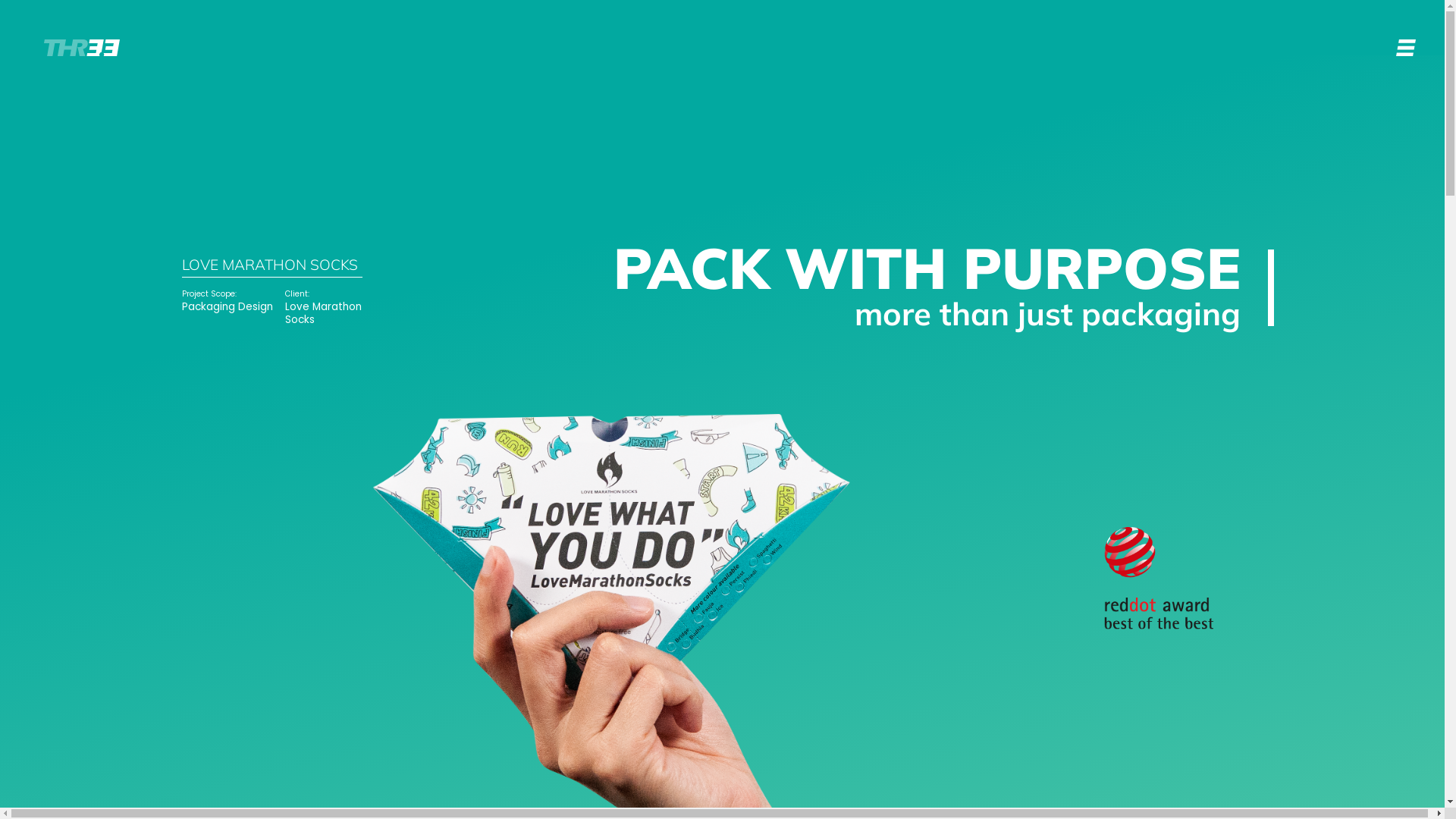 This screenshot has width=1456, height=819. What do you see at coordinates (1159, 578) in the screenshot?
I see `'Group 250'` at bounding box center [1159, 578].